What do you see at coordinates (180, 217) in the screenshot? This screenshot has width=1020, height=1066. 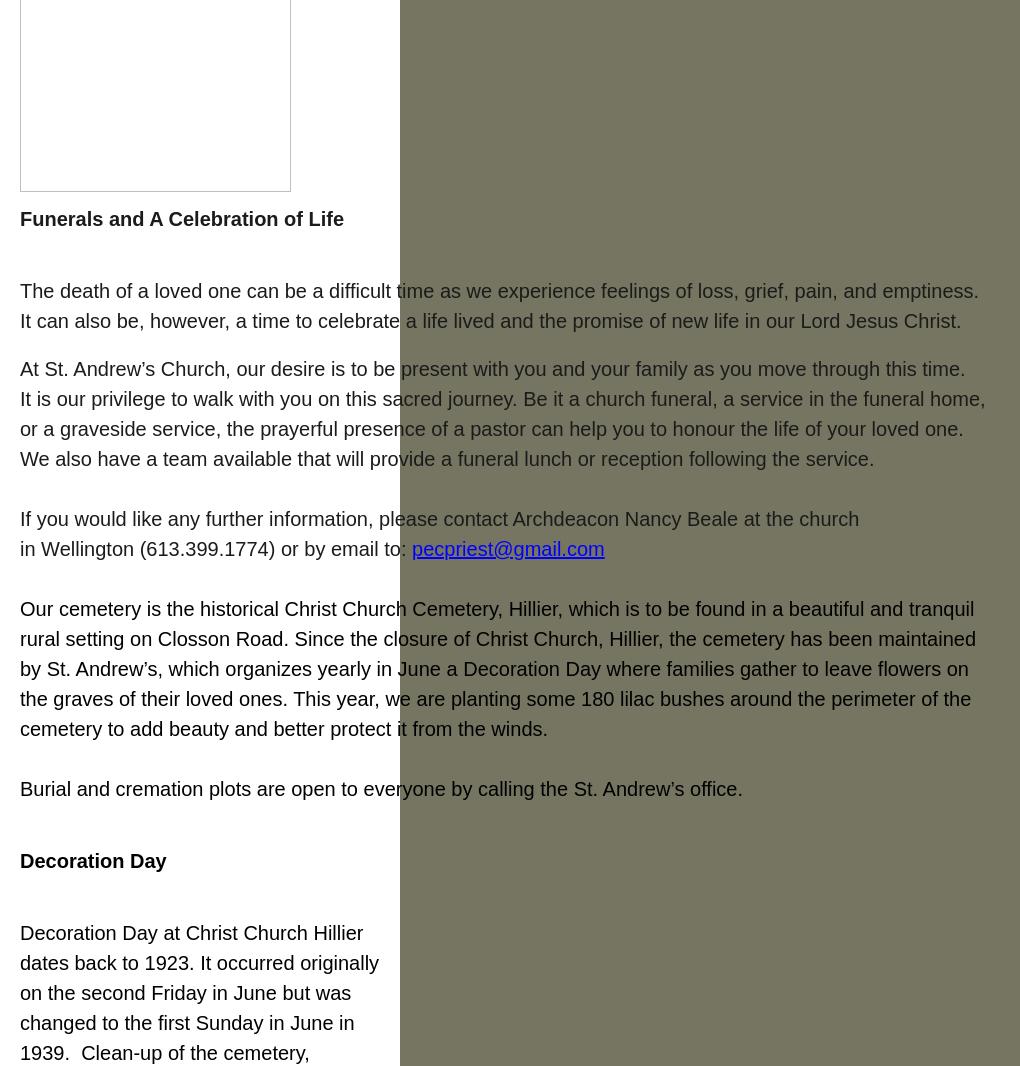 I see `'Funerals and A Celebration of Life'` at bounding box center [180, 217].